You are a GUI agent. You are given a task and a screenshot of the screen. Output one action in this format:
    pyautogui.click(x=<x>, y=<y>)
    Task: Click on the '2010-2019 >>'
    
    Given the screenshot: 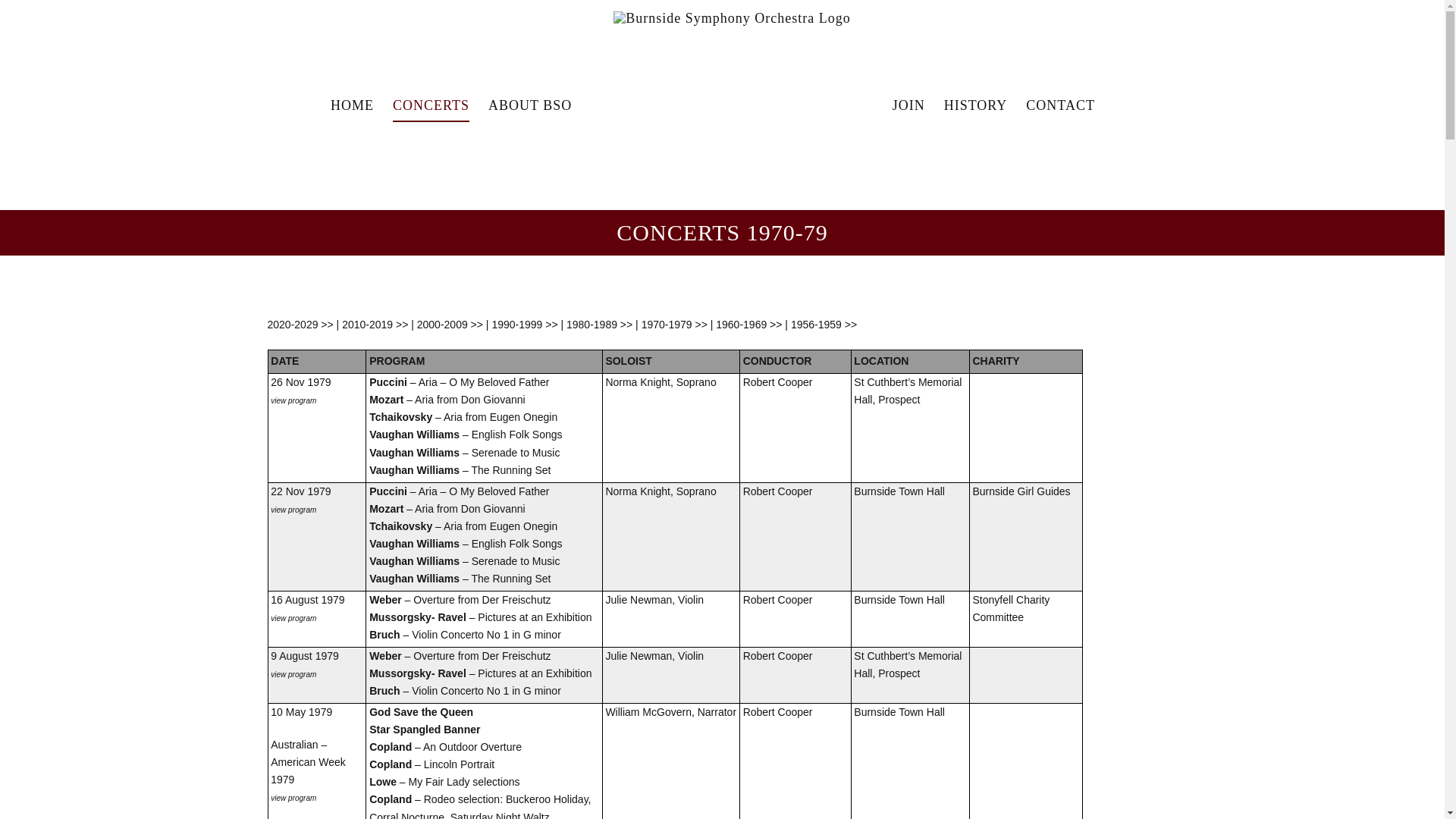 What is the action you would take?
    pyautogui.click(x=375, y=324)
    